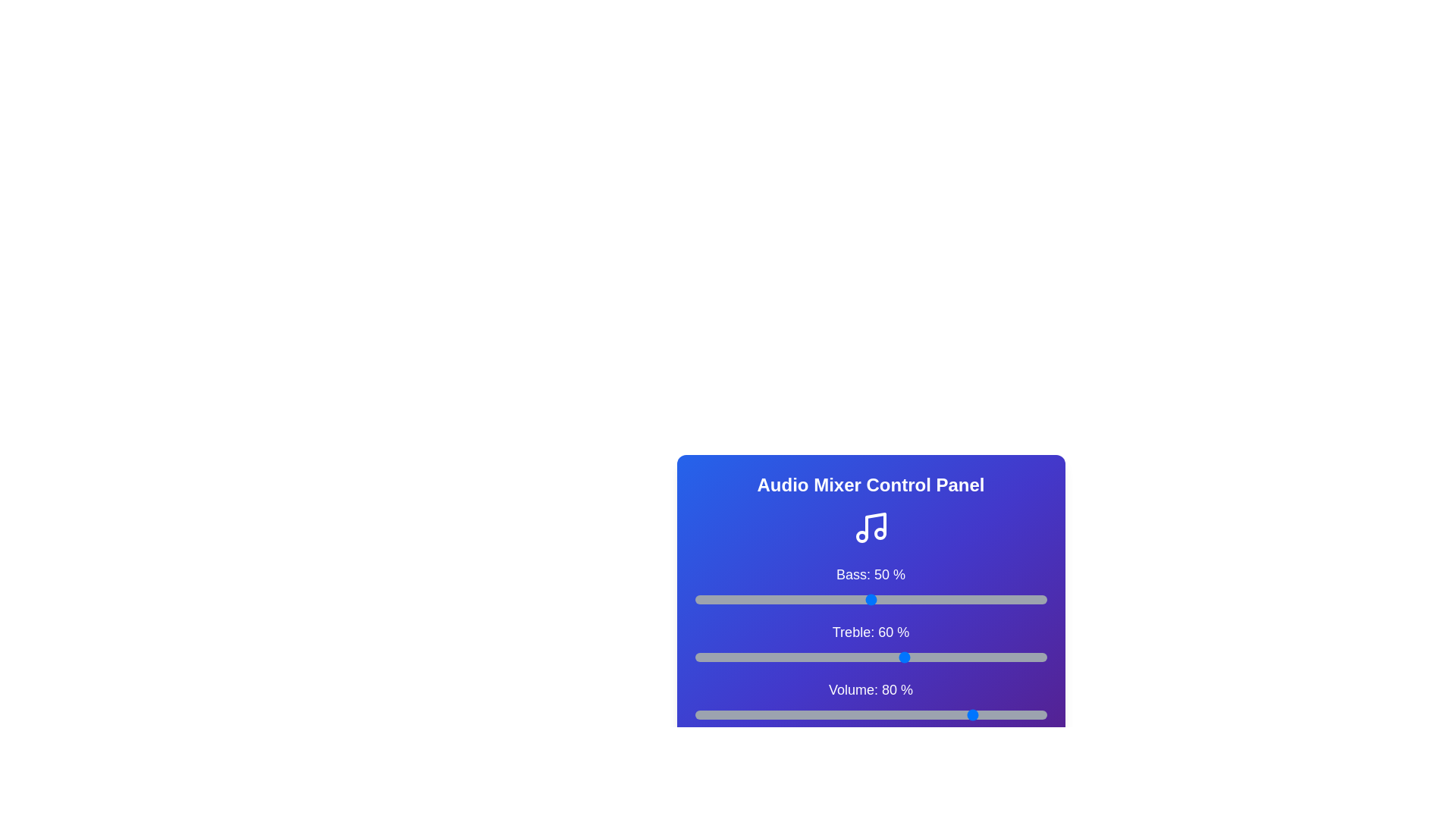 The height and width of the screenshot is (819, 1456). I want to click on the volume slider to 99%, so click(1042, 714).